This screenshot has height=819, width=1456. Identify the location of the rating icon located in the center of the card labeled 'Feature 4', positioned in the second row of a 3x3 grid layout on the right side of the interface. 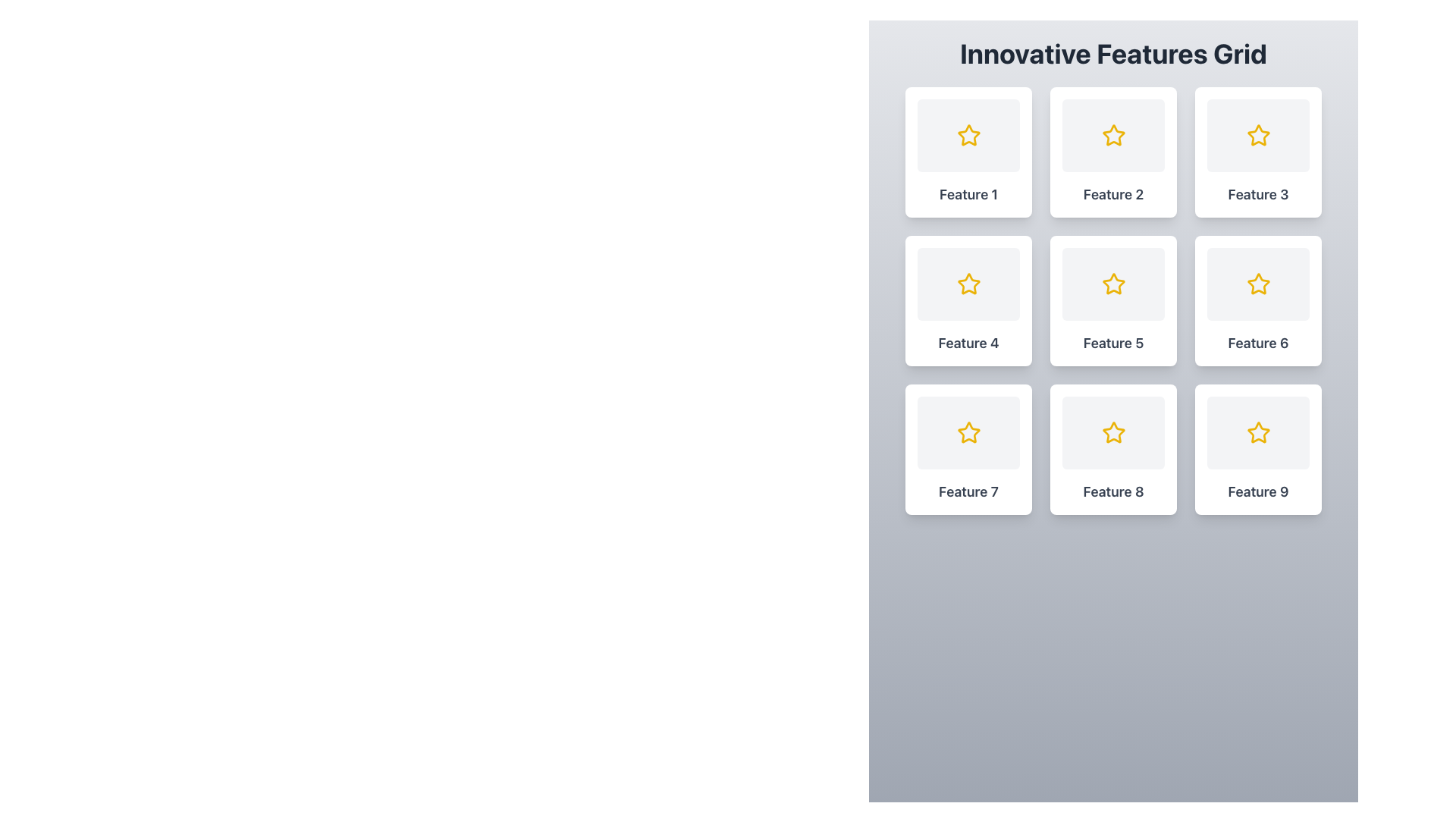
(968, 284).